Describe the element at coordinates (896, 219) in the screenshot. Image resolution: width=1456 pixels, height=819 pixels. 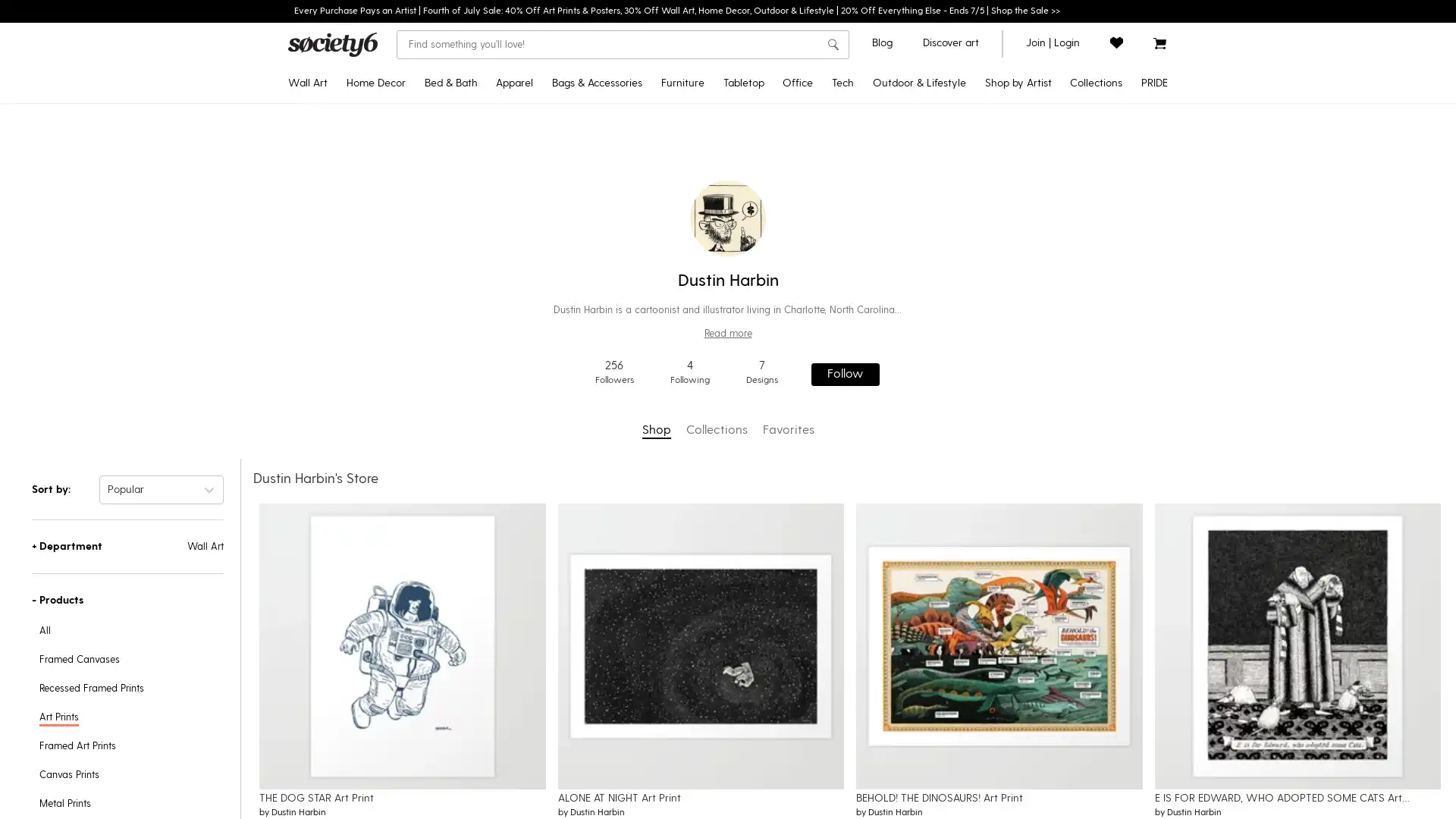
I see `iPhone Card Cases` at that location.